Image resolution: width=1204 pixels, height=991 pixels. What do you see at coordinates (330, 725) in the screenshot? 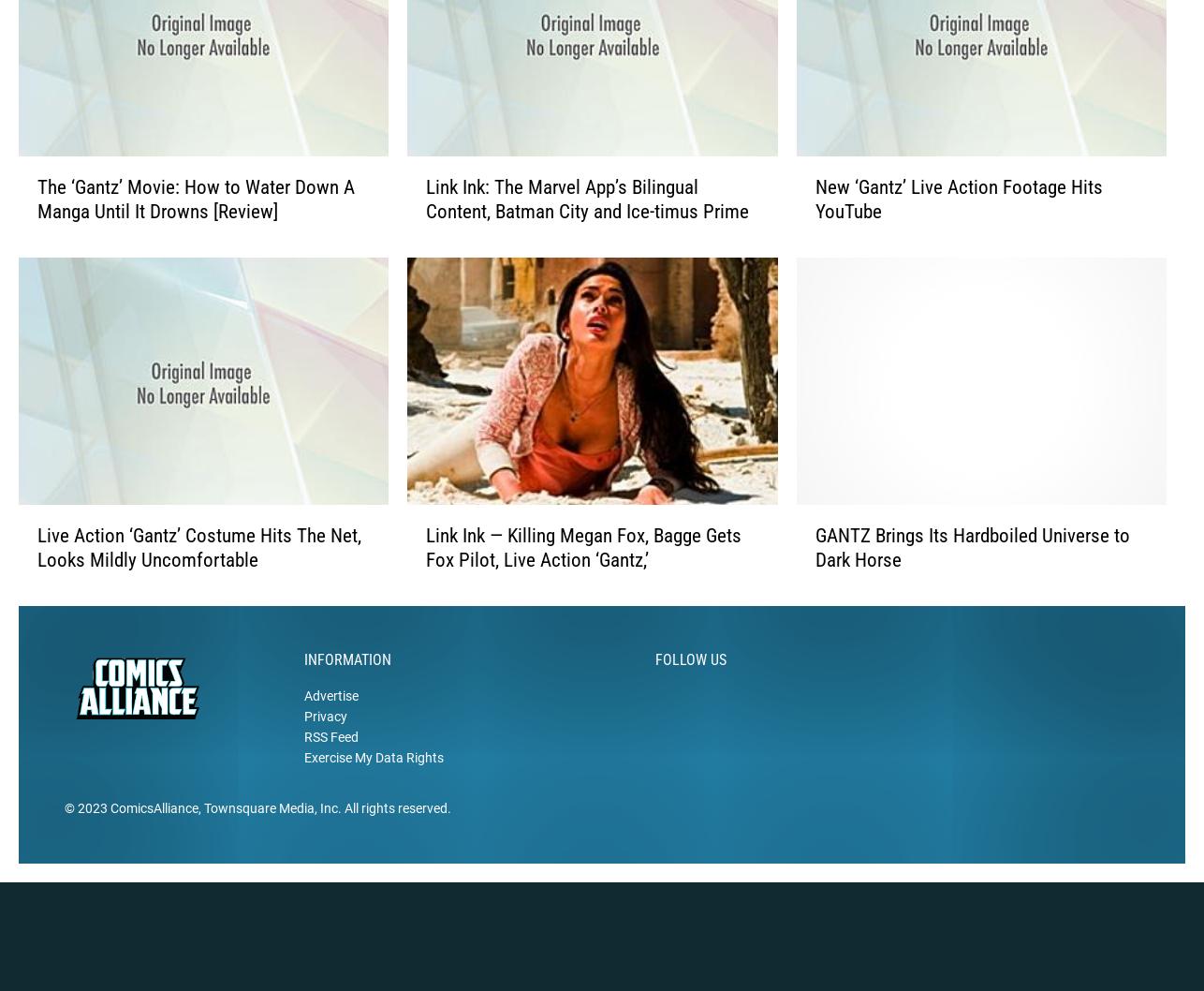
I see `'Advertise'` at bounding box center [330, 725].